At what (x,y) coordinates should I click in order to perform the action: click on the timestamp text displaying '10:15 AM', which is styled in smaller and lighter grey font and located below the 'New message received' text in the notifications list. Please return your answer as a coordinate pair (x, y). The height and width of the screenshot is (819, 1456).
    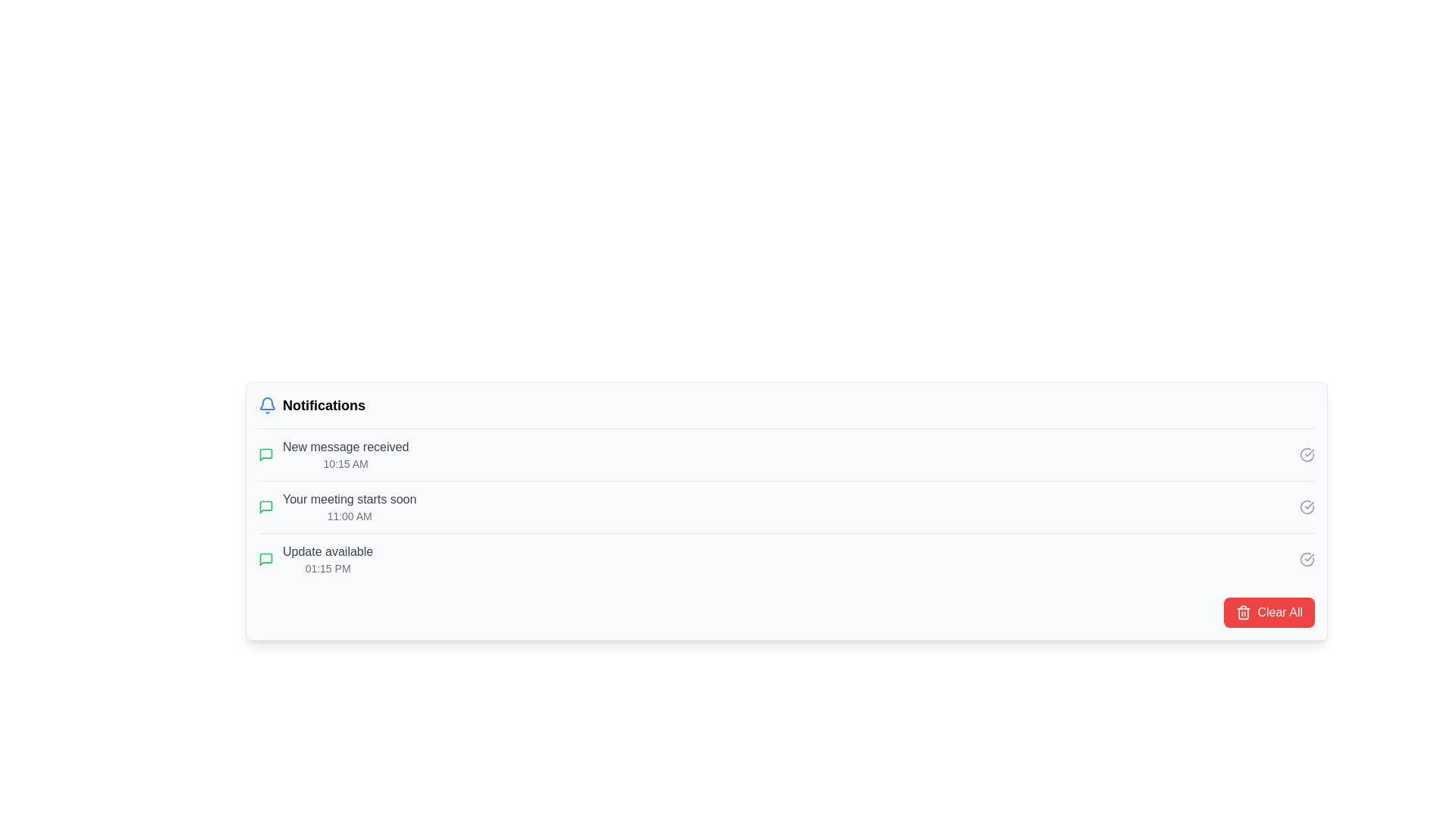
    Looking at the image, I should click on (345, 463).